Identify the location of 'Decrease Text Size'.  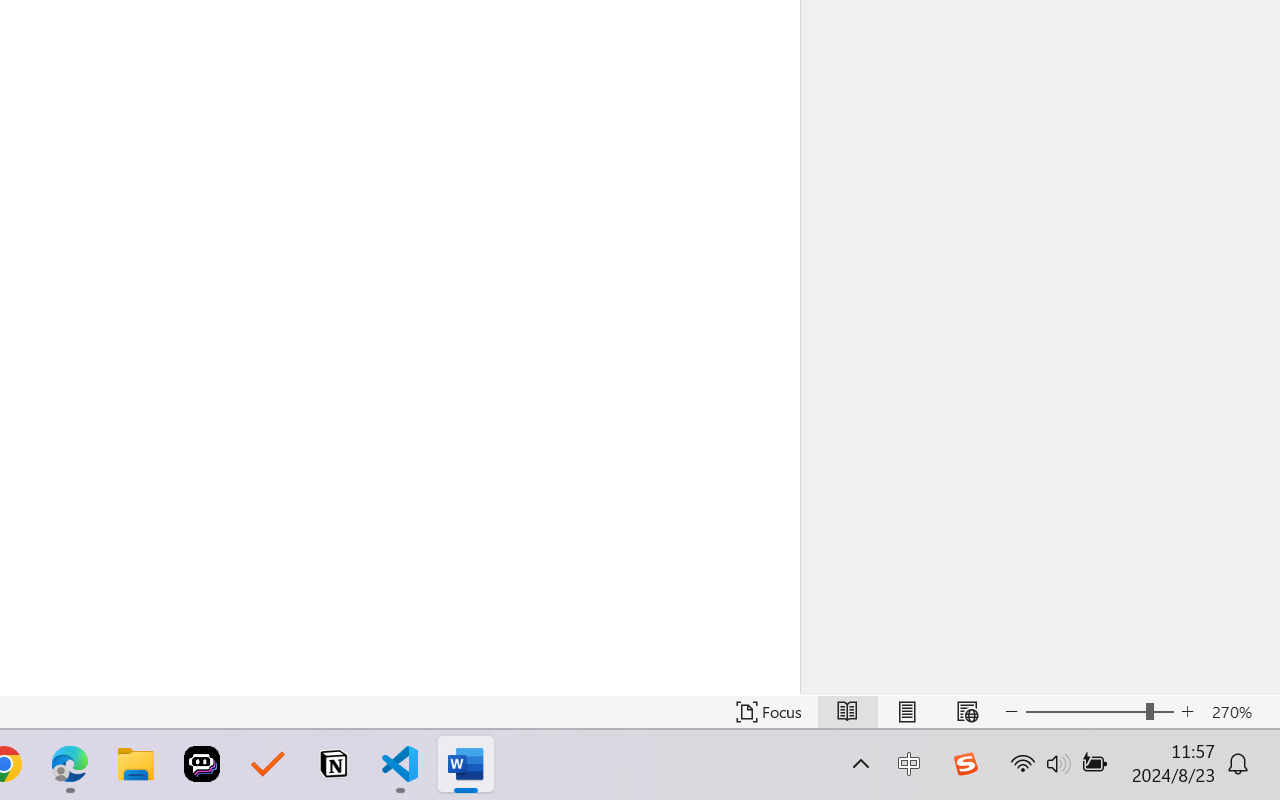
(1011, 711).